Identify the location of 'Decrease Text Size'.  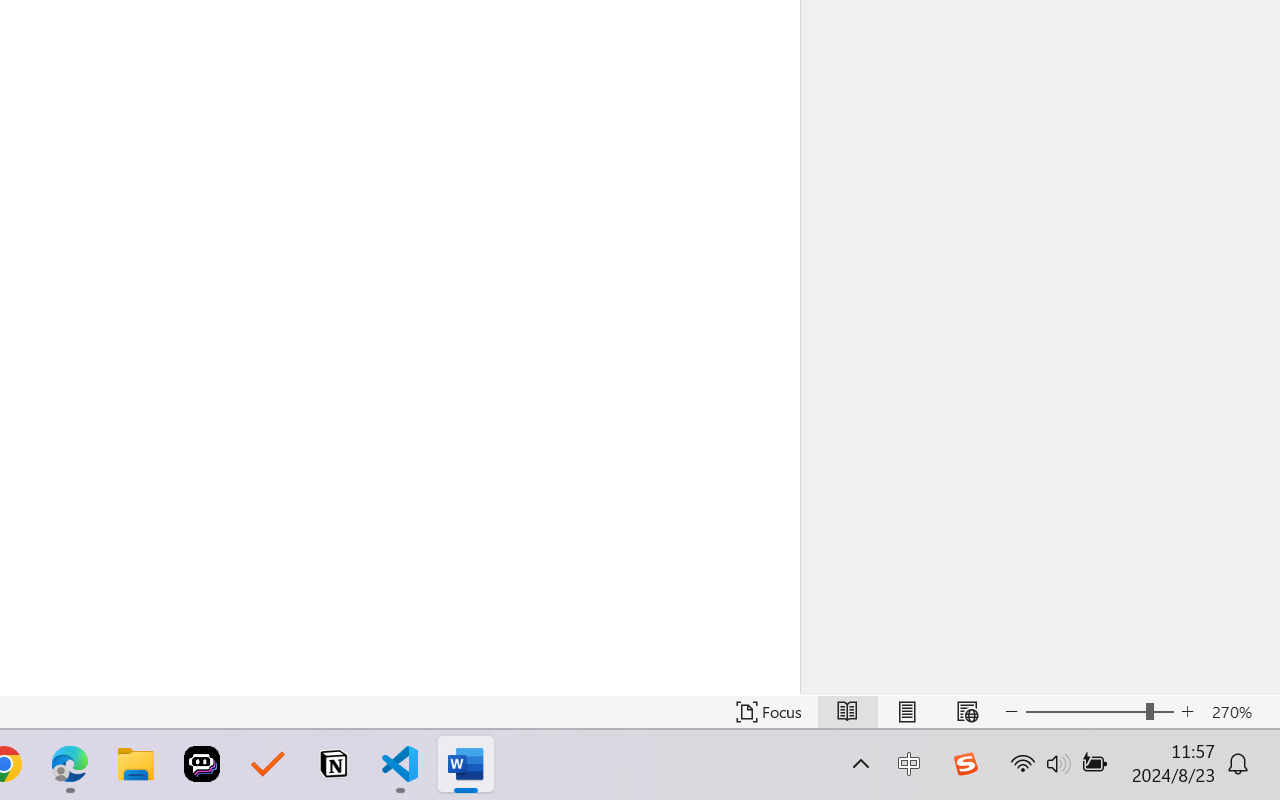
(1011, 711).